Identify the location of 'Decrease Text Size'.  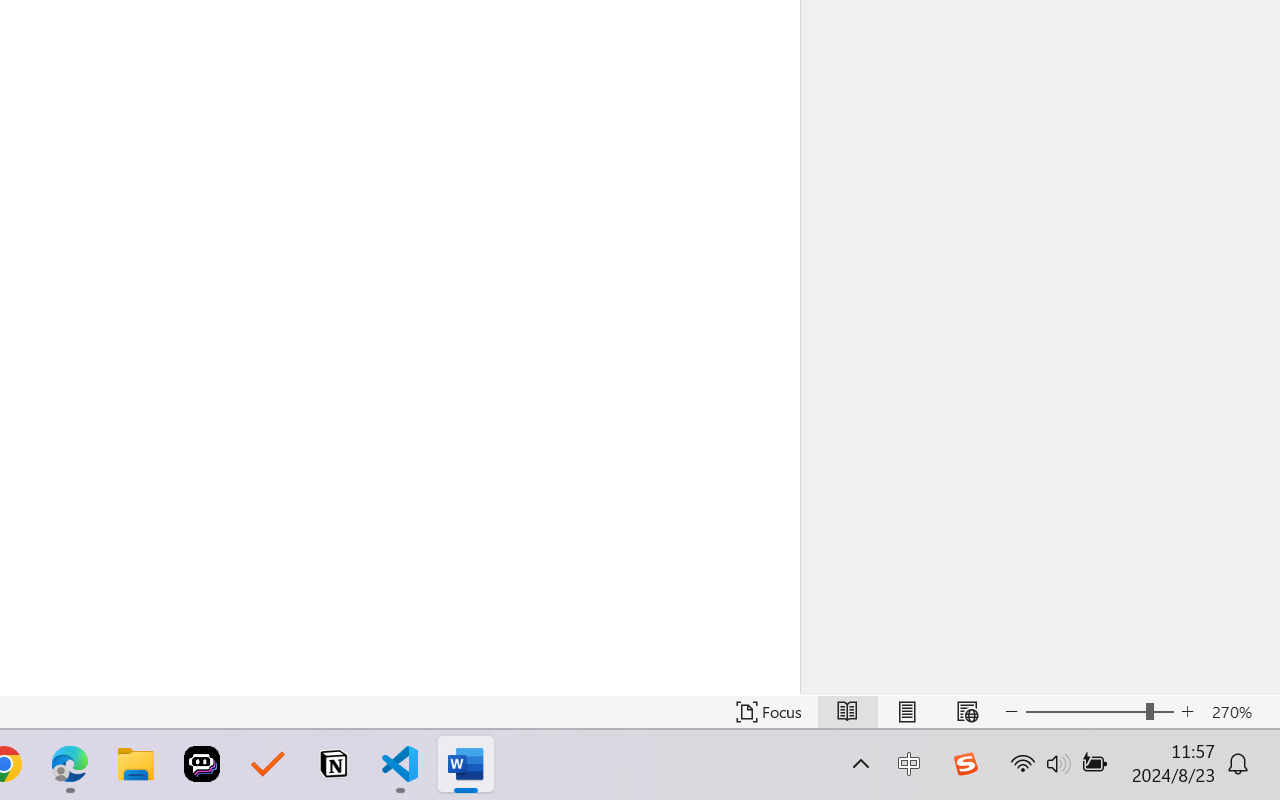
(1011, 711).